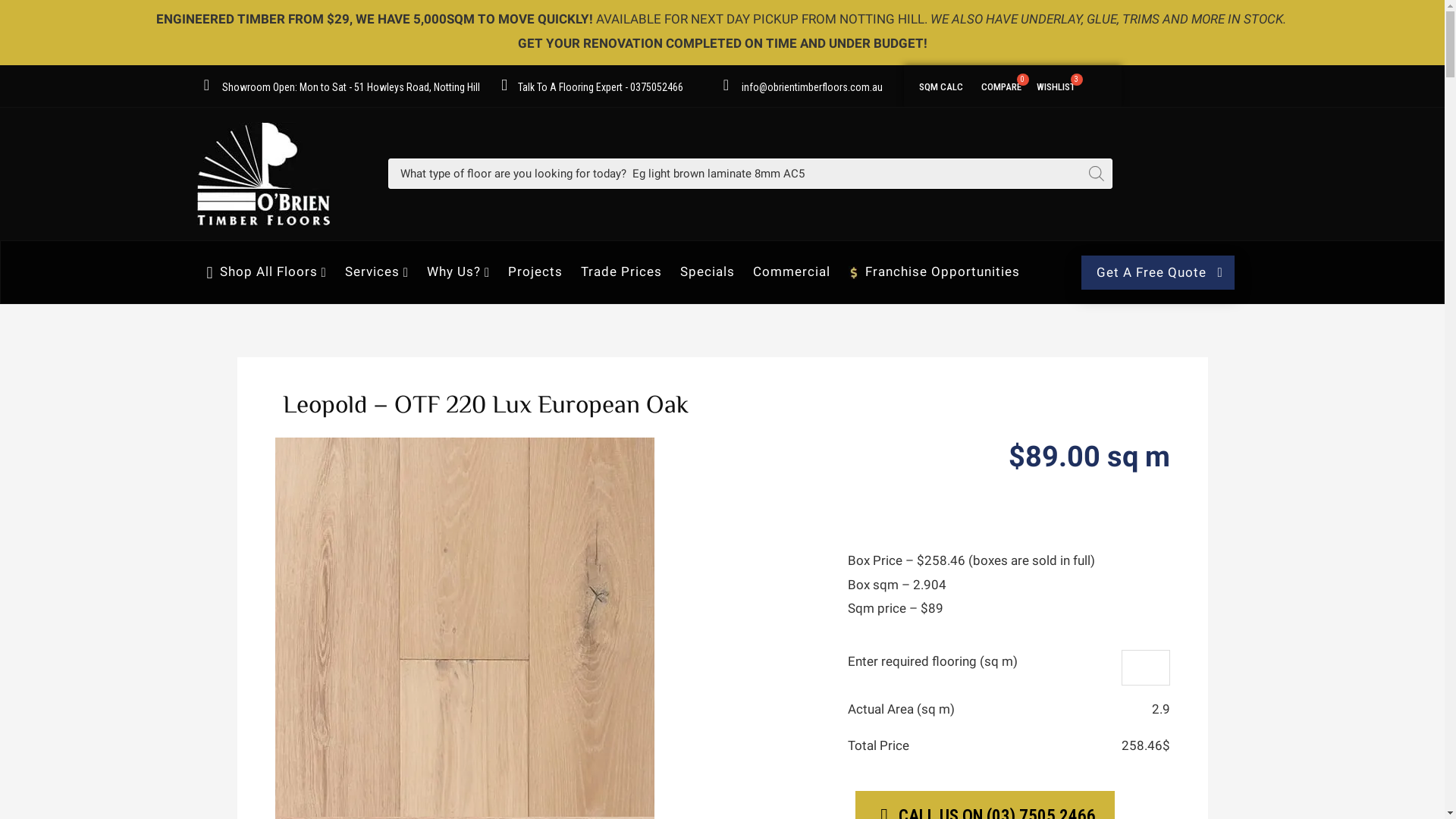  I want to click on 'COMPARE', so click(1000, 84).